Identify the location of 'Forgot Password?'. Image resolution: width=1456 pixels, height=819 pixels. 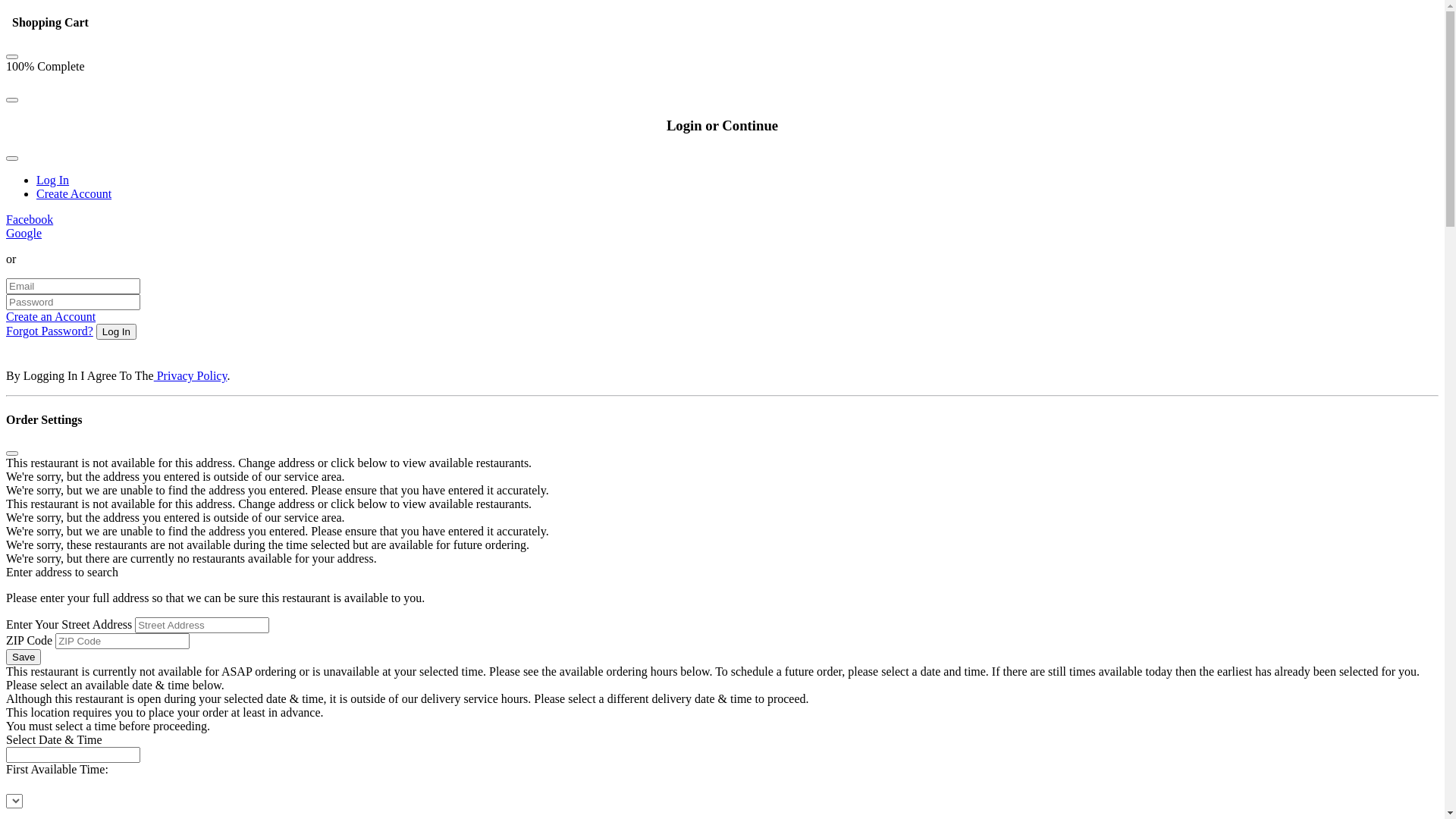
(49, 330).